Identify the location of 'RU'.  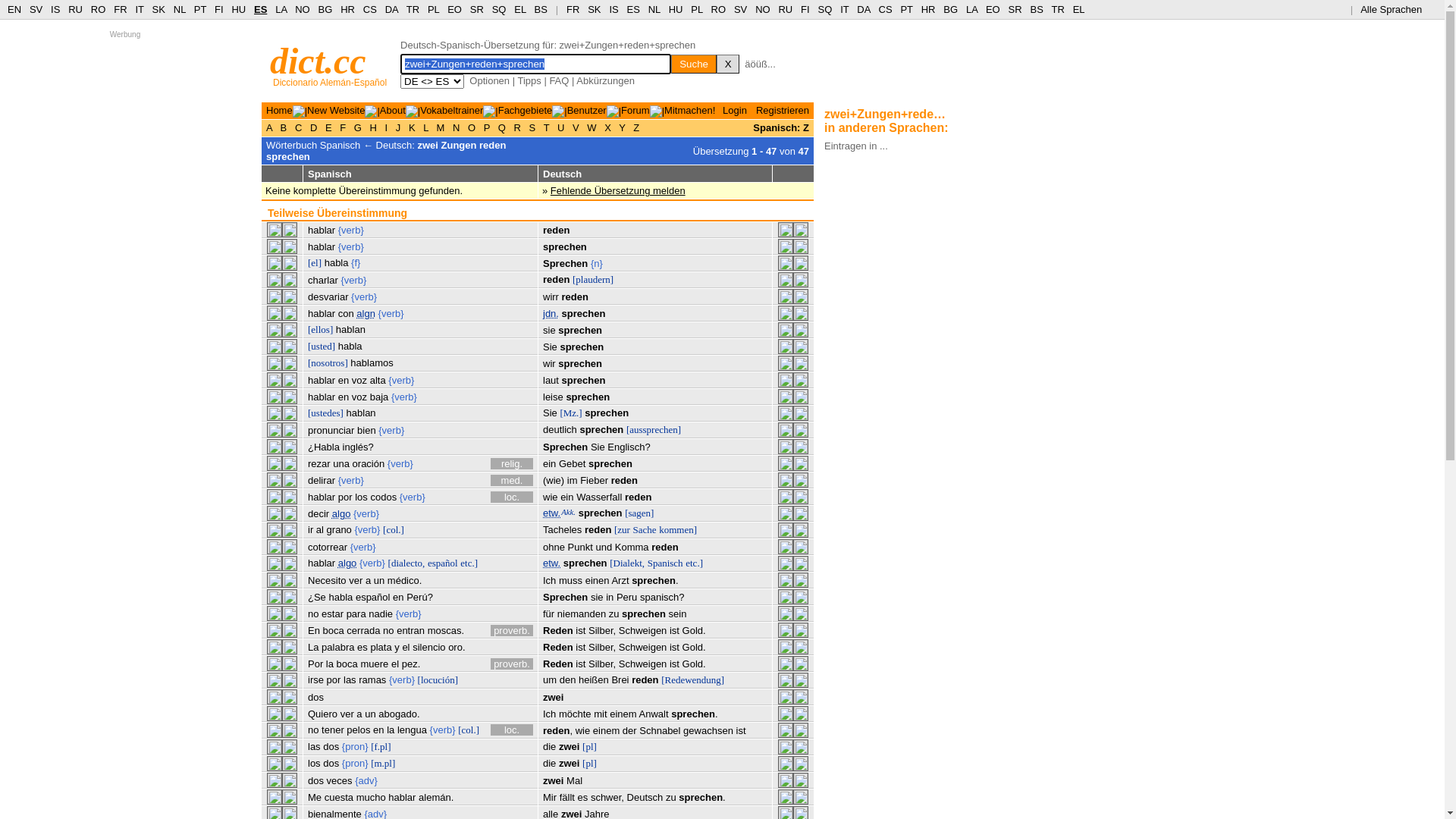
(74, 9).